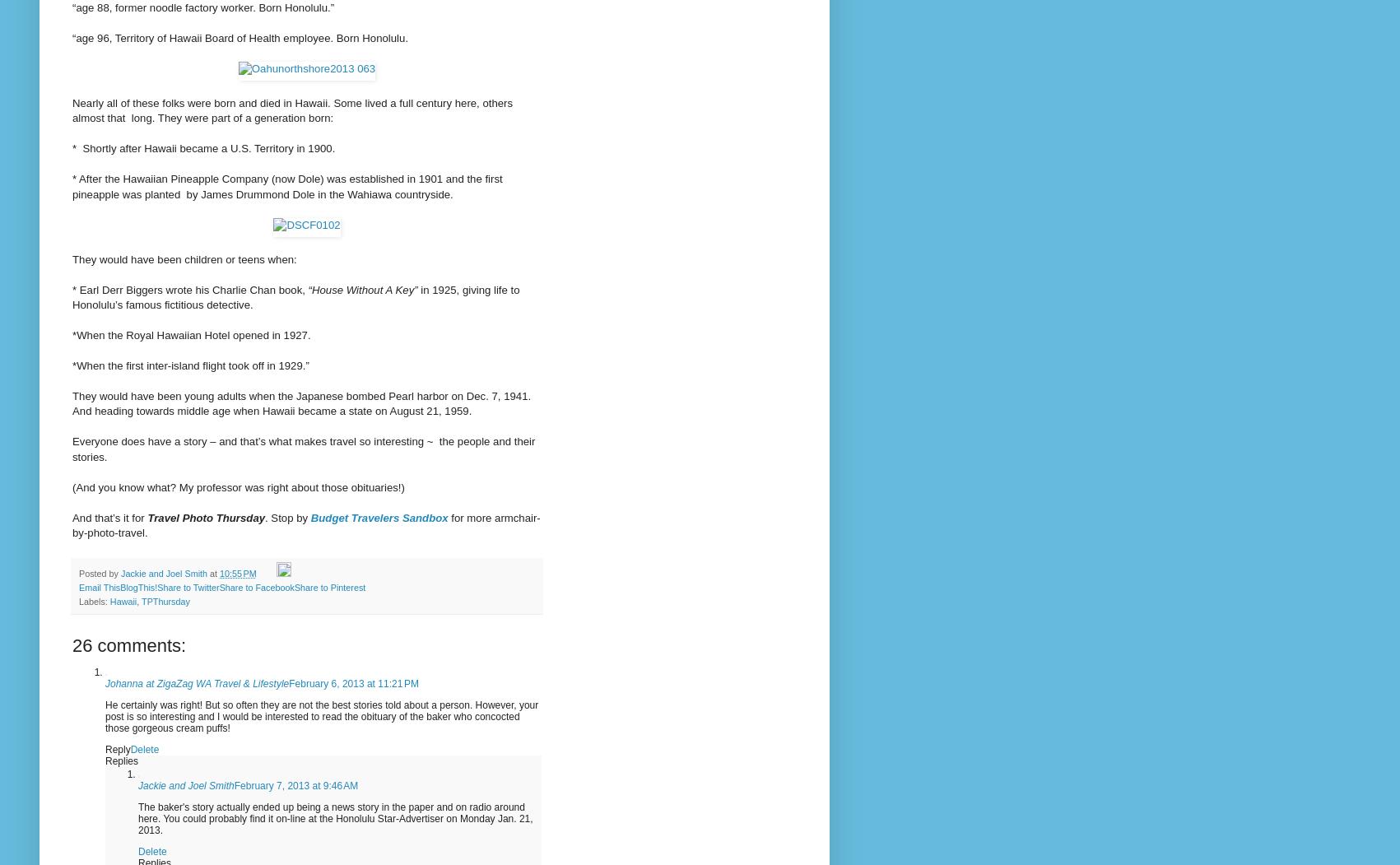 This screenshot has height=865, width=1400. What do you see at coordinates (140, 601) in the screenshot?
I see `'TPThursday'` at bounding box center [140, 601].